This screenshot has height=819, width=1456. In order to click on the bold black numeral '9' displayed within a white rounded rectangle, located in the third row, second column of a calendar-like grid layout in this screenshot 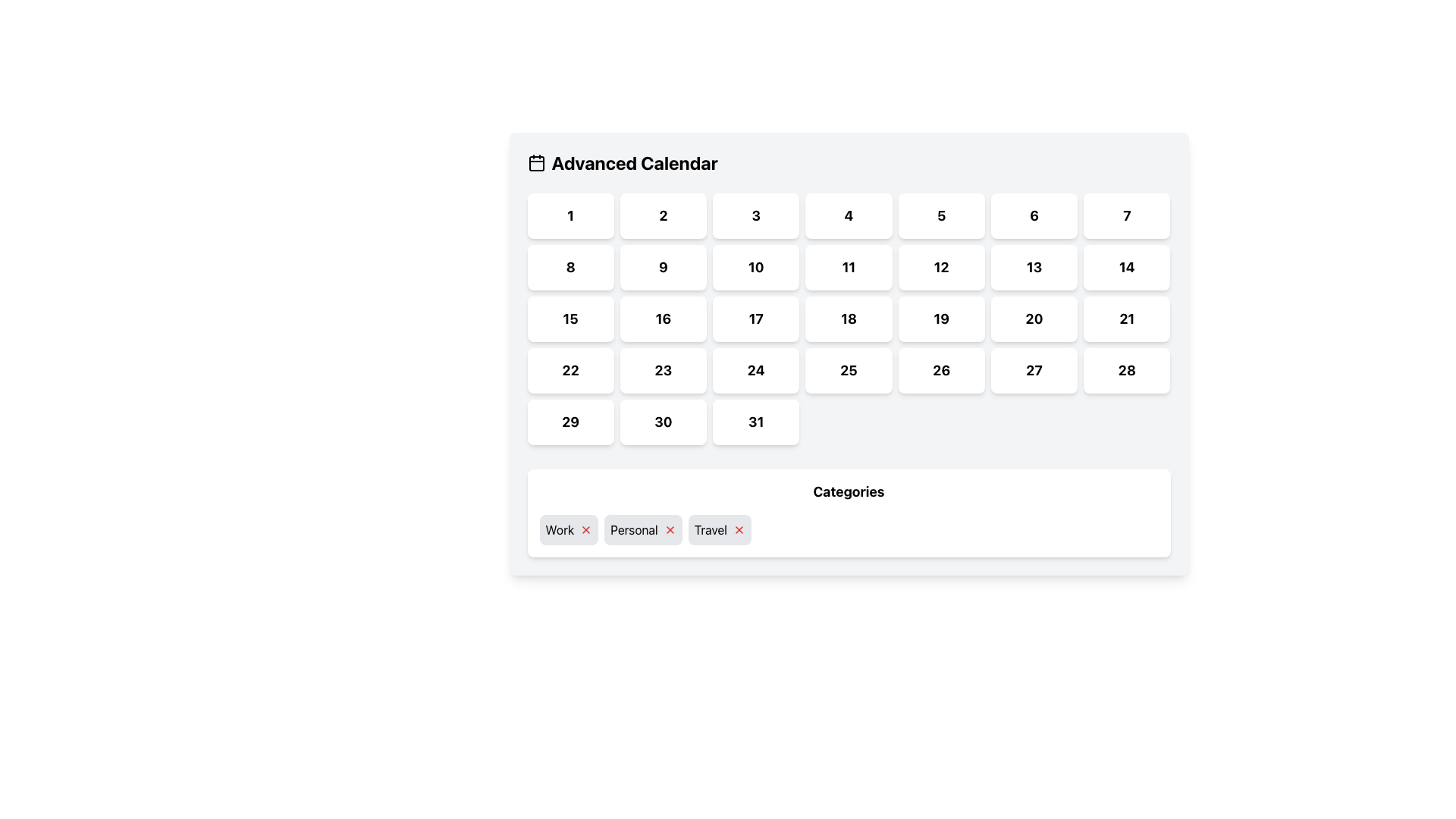, I will do `click(663, 266)`.